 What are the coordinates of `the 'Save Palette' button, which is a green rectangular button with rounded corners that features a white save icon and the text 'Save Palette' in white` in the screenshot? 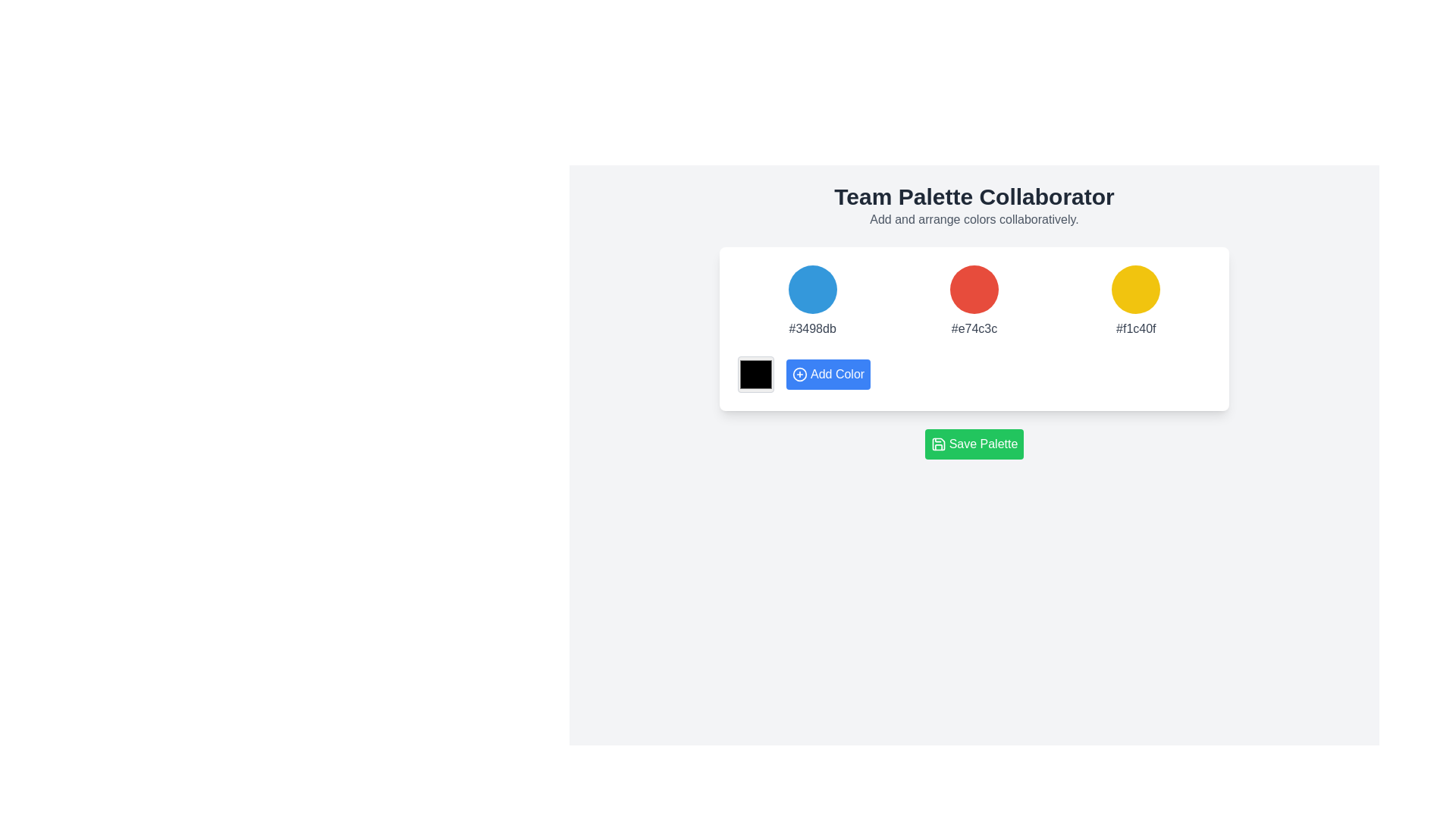 It's located at (974, 444).